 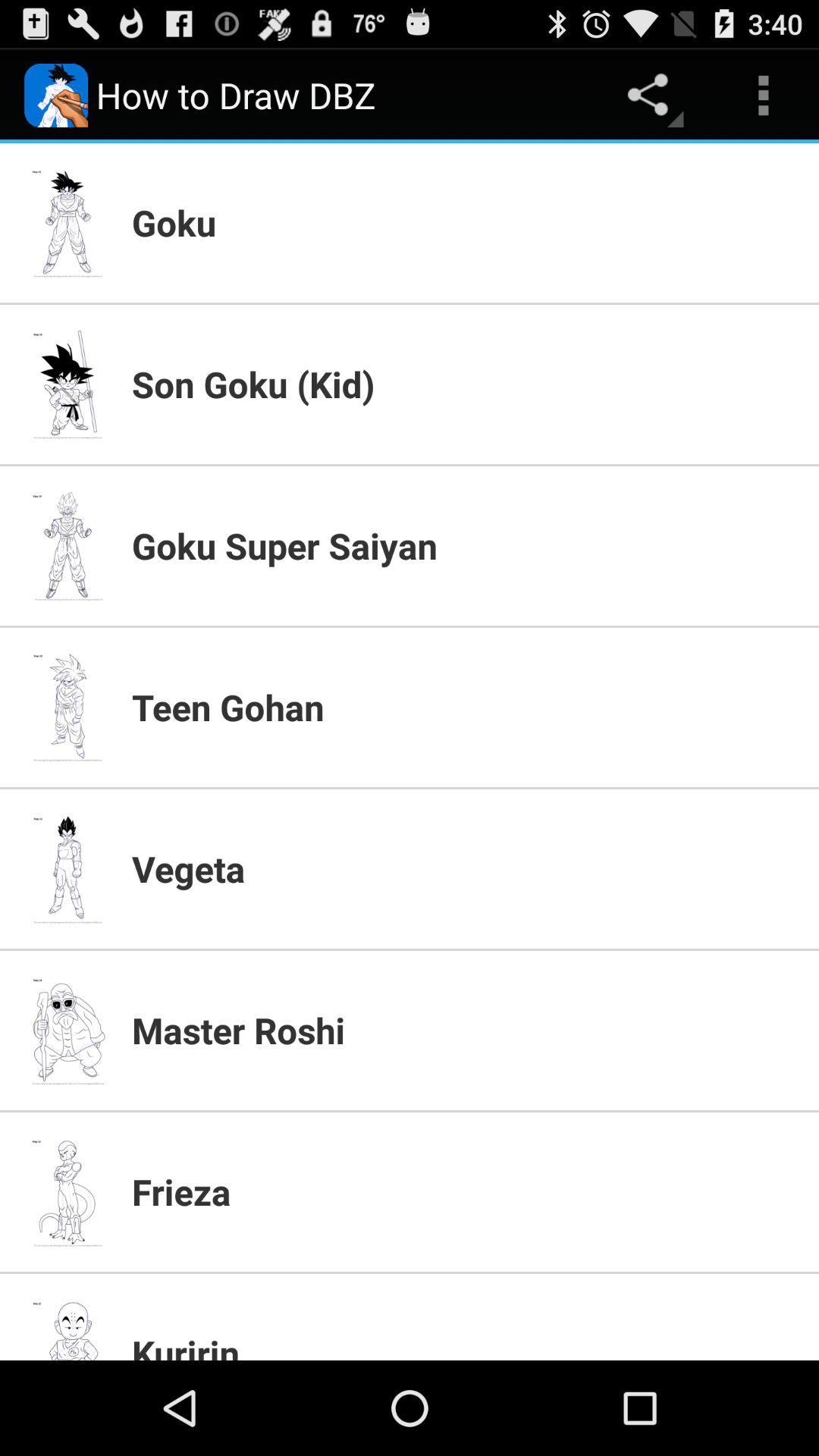 I want to click on the app above the vegeta icon, so click(x=465, y=706).